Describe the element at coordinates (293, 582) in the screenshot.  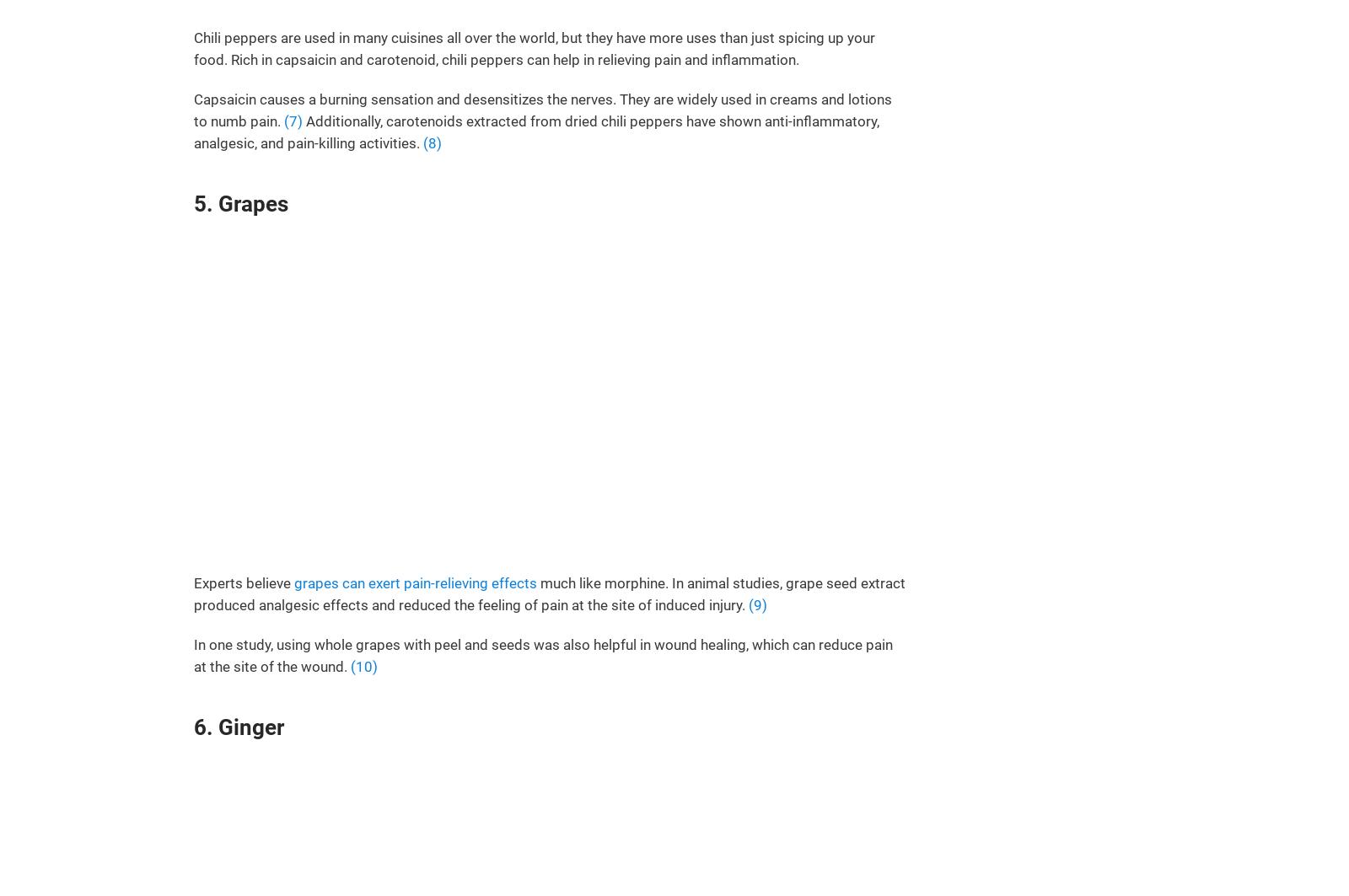
I see `'grapes can exert pain-relieving effects'` at that location.